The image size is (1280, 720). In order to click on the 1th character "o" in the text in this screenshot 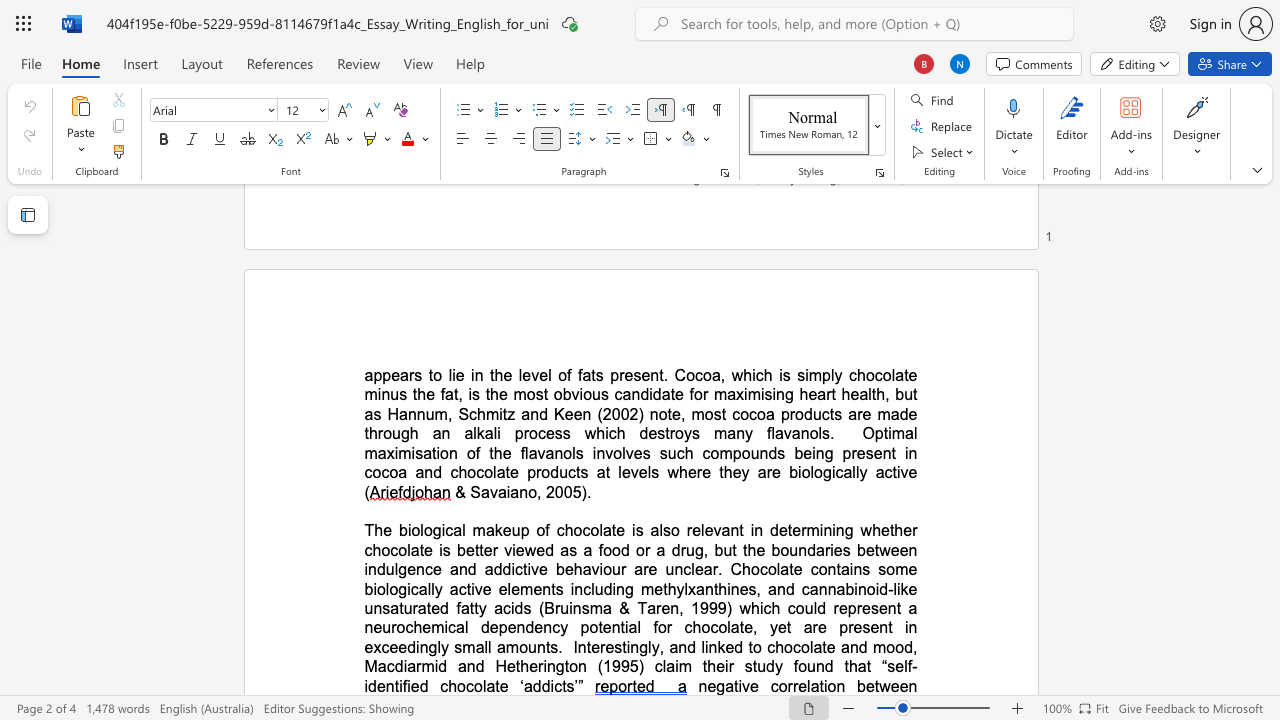, I will do `click(889, 647)`.